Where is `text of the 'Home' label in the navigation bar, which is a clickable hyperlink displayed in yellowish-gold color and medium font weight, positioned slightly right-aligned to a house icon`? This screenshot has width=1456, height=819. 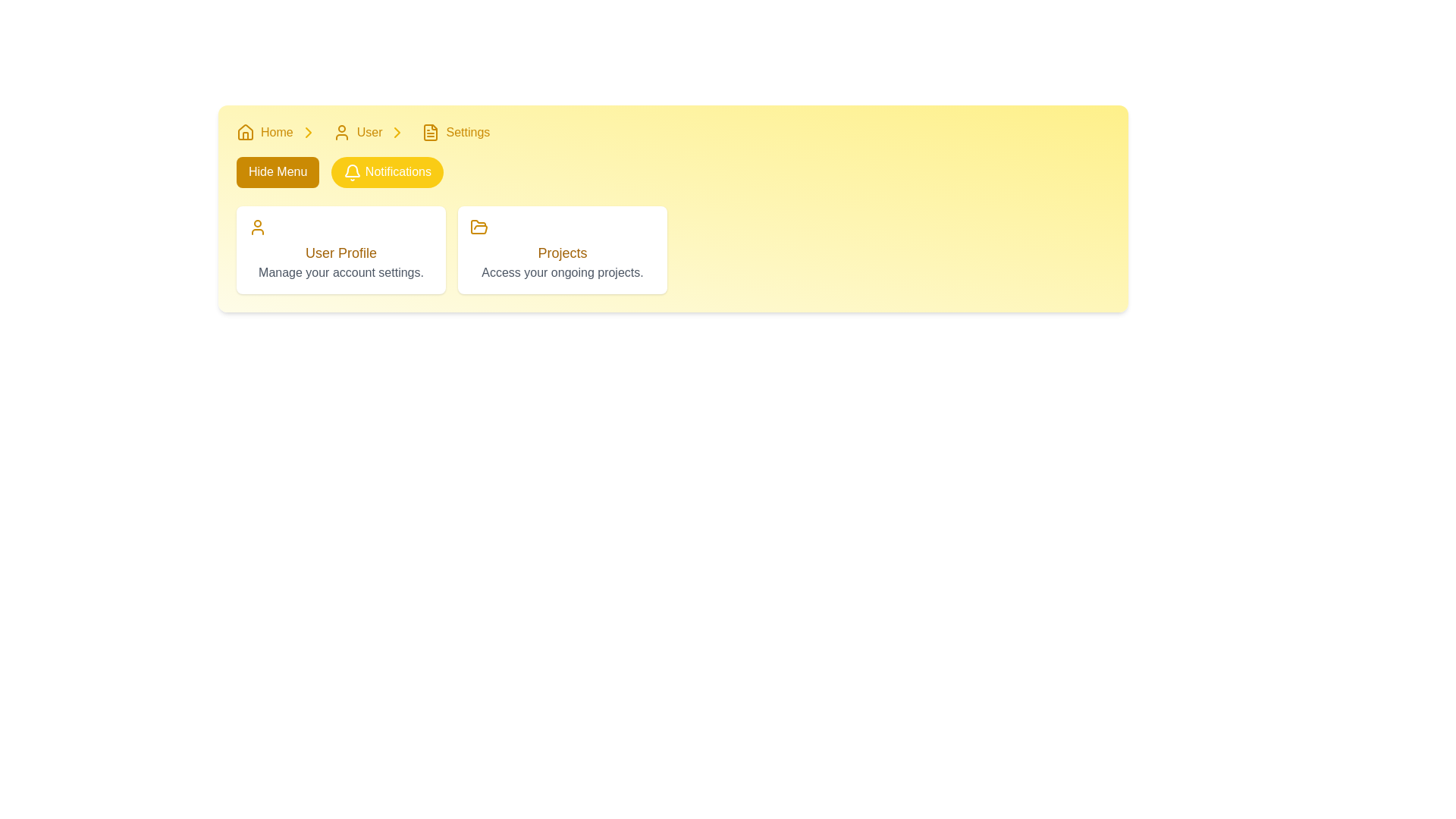
text of the 'Home' label in the navigation bar, which is a clickable hyperlink displayed in yellowish-gold color and medium font weight, positioned slightly right-aligned to a house icon is located at coordinates (277, 131).